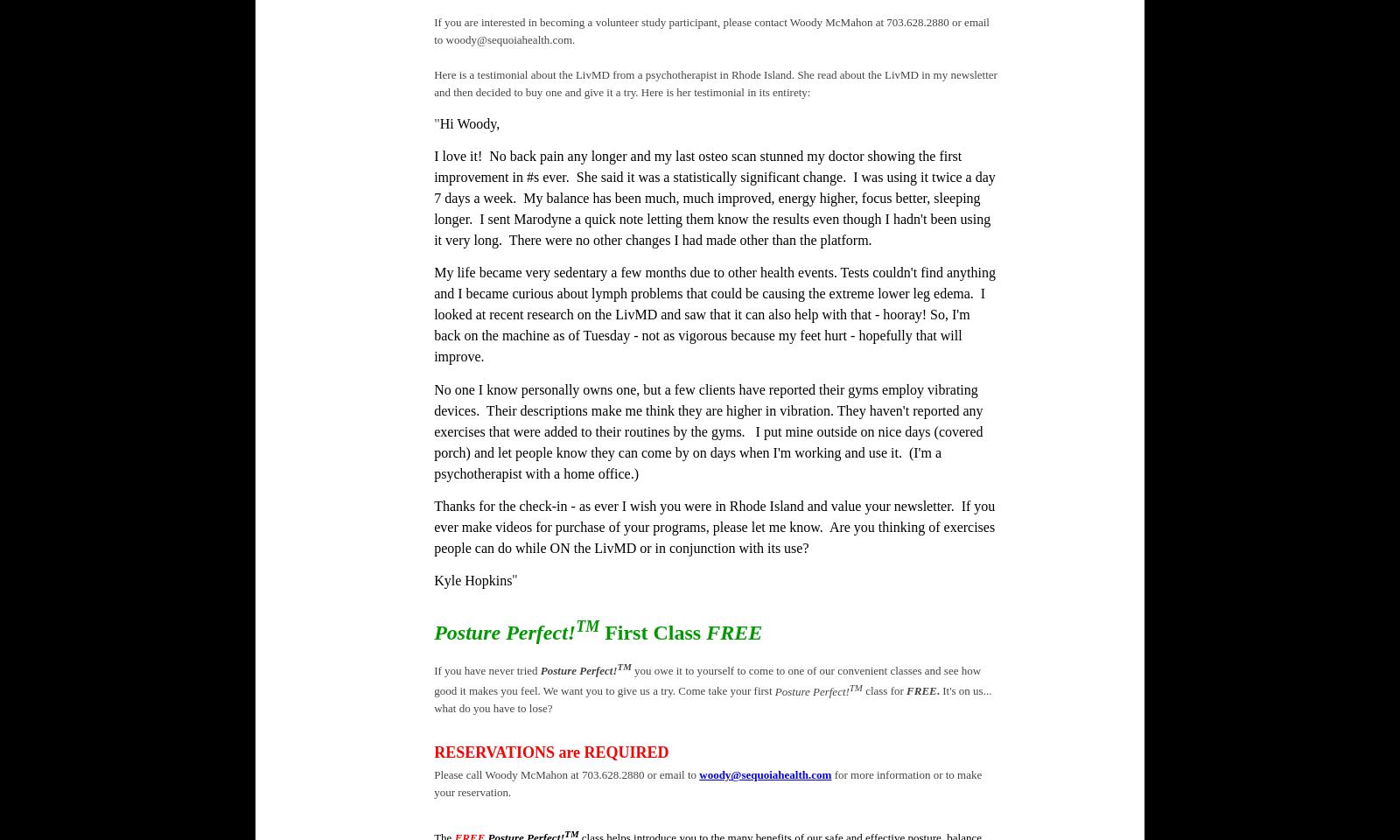  Describe the element at coordinates (713, 525) in the screenshot. I see `'Thanks for the check-in - as ever I wish you were in Rhode Island and value your newsletter.  If you ever make videos for purchase of your programs, please let me know.  Are you thinking of exercises people can do while ON the LivMD or in conjunction with its use?'` at that location.